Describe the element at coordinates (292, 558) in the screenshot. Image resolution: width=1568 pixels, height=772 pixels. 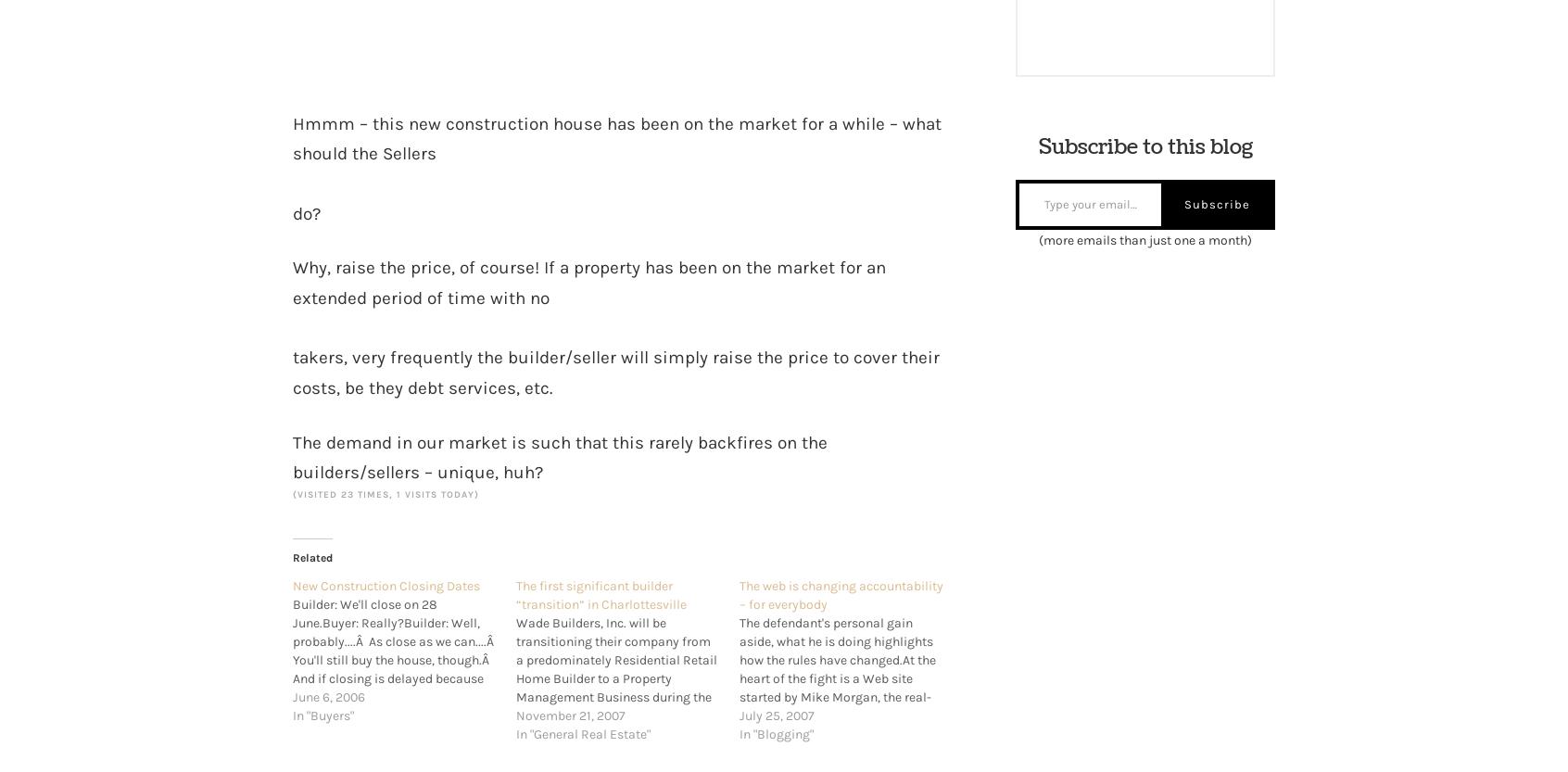
I see `'Related'` at that location.